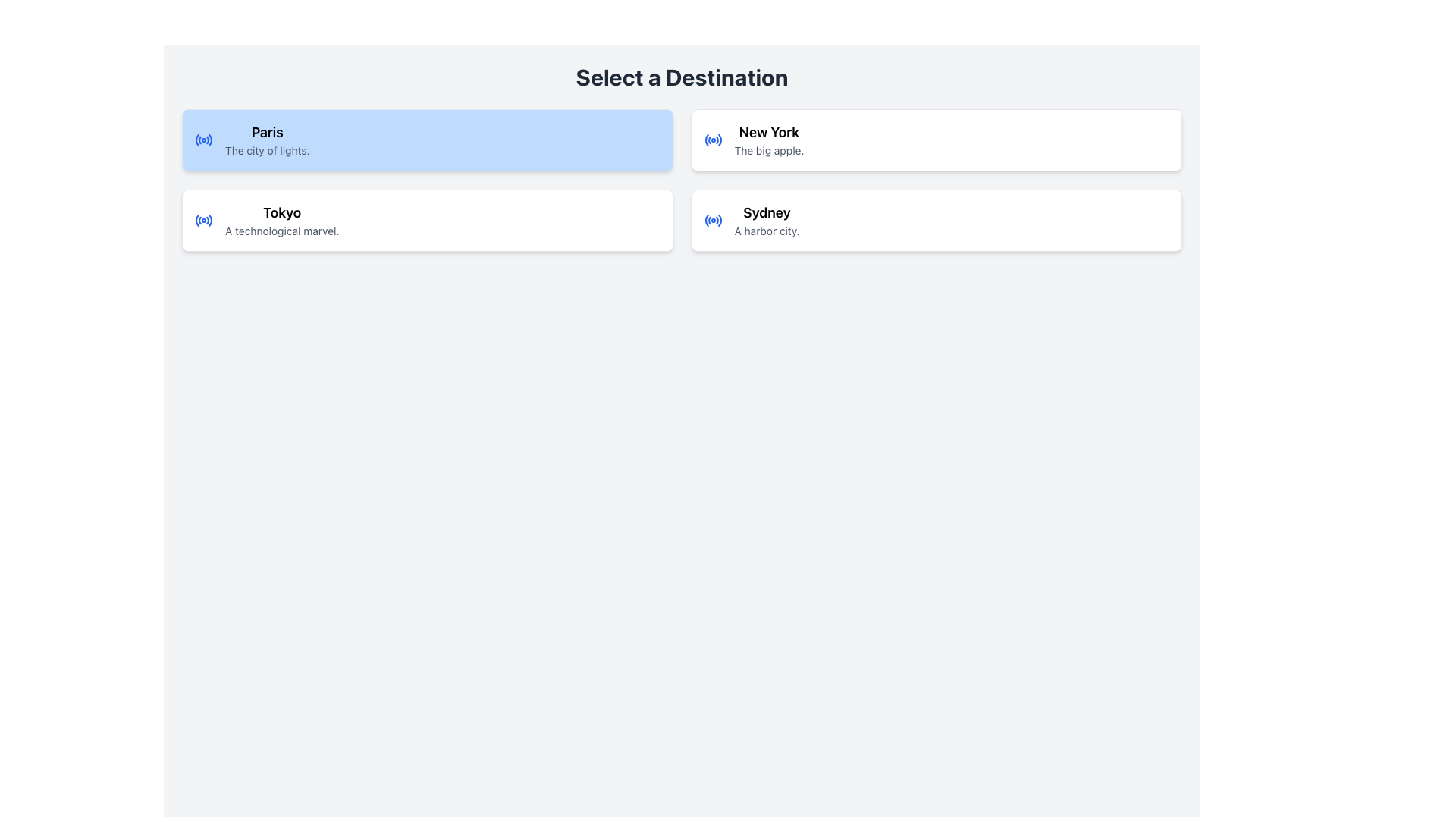 The width and height of the screenshot is (1456, 819). I want to click on the 'Sydney' selectable card located in the bottom-right position of a 2x2 grid of cards, so click(935, 220).